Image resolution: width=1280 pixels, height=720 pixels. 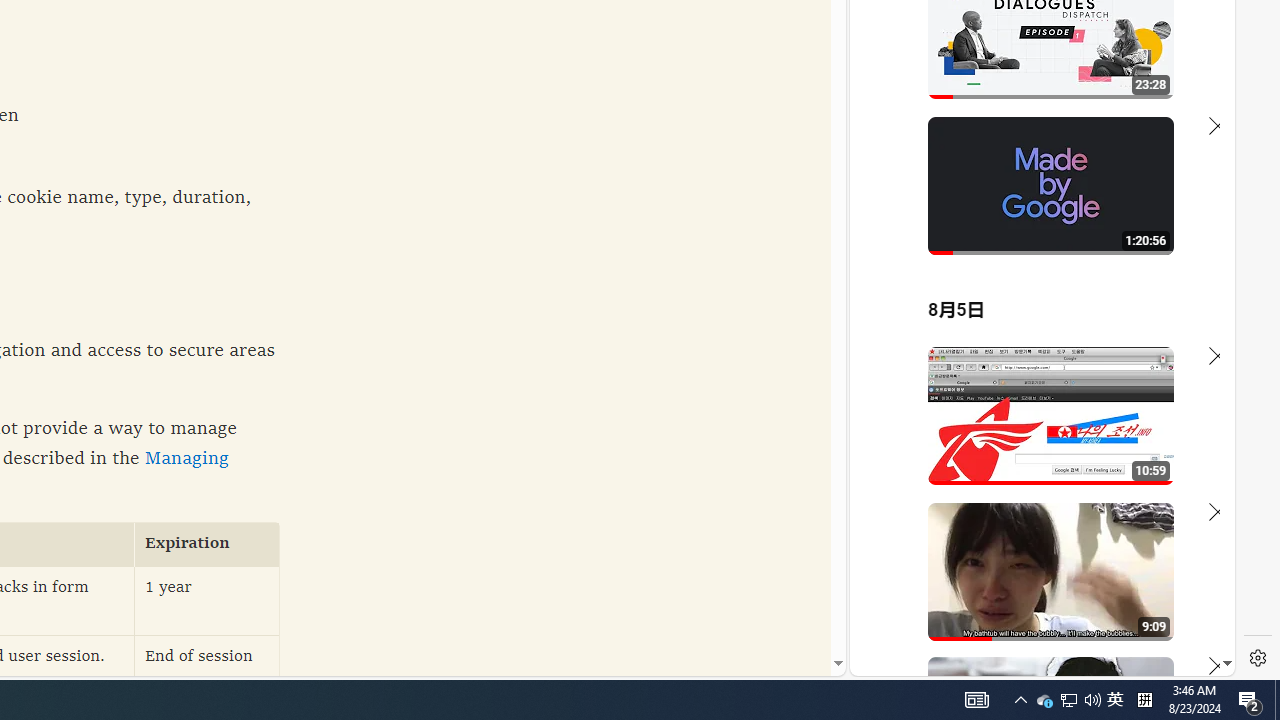 What do you see at coordinates (1034, 608) in the screenshot?
I see `'you'` at bounding box center [1034, 608].